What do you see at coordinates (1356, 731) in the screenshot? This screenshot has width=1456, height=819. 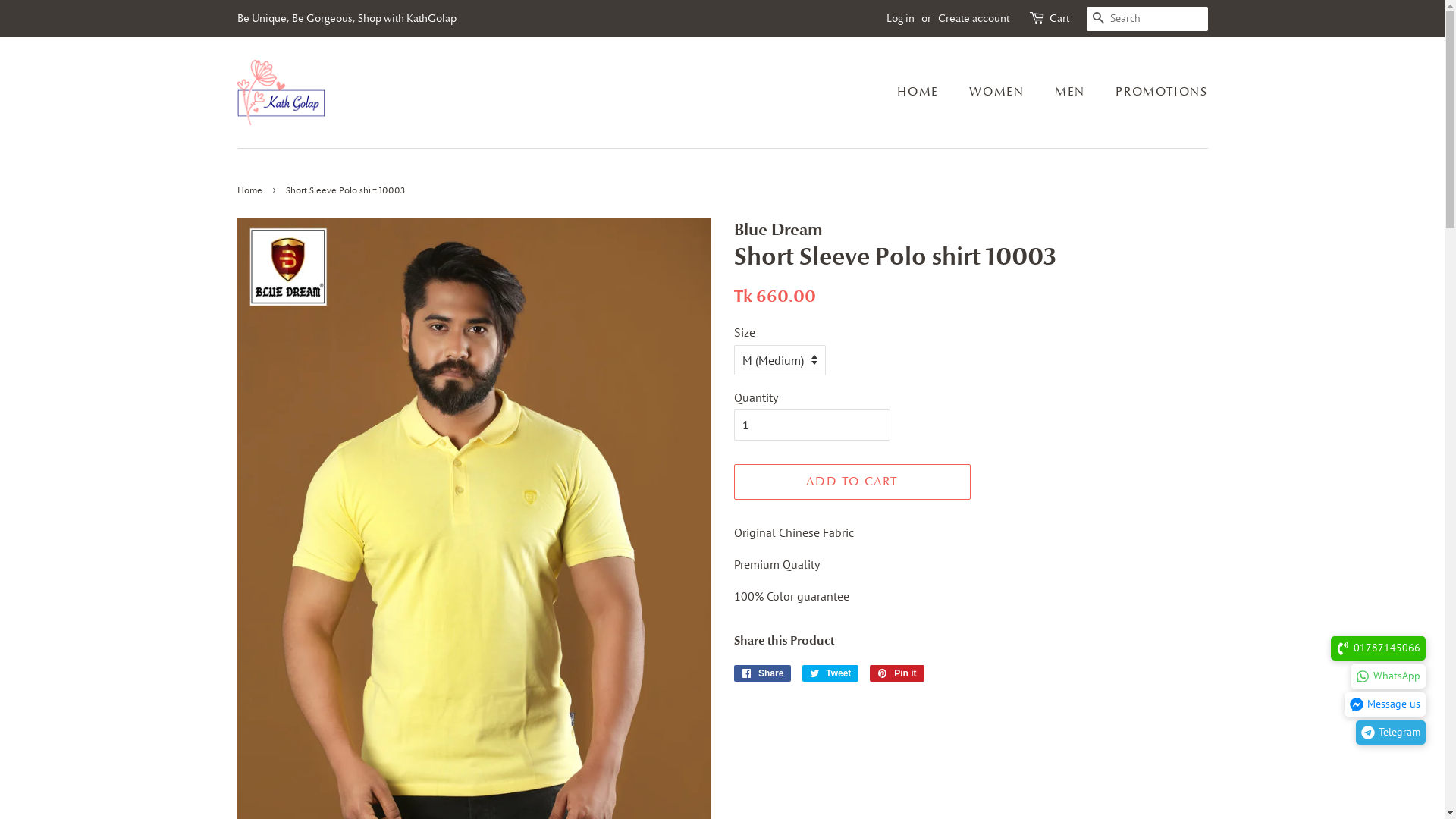 I see `'Telegram'` at bounding box center [1356, 731].